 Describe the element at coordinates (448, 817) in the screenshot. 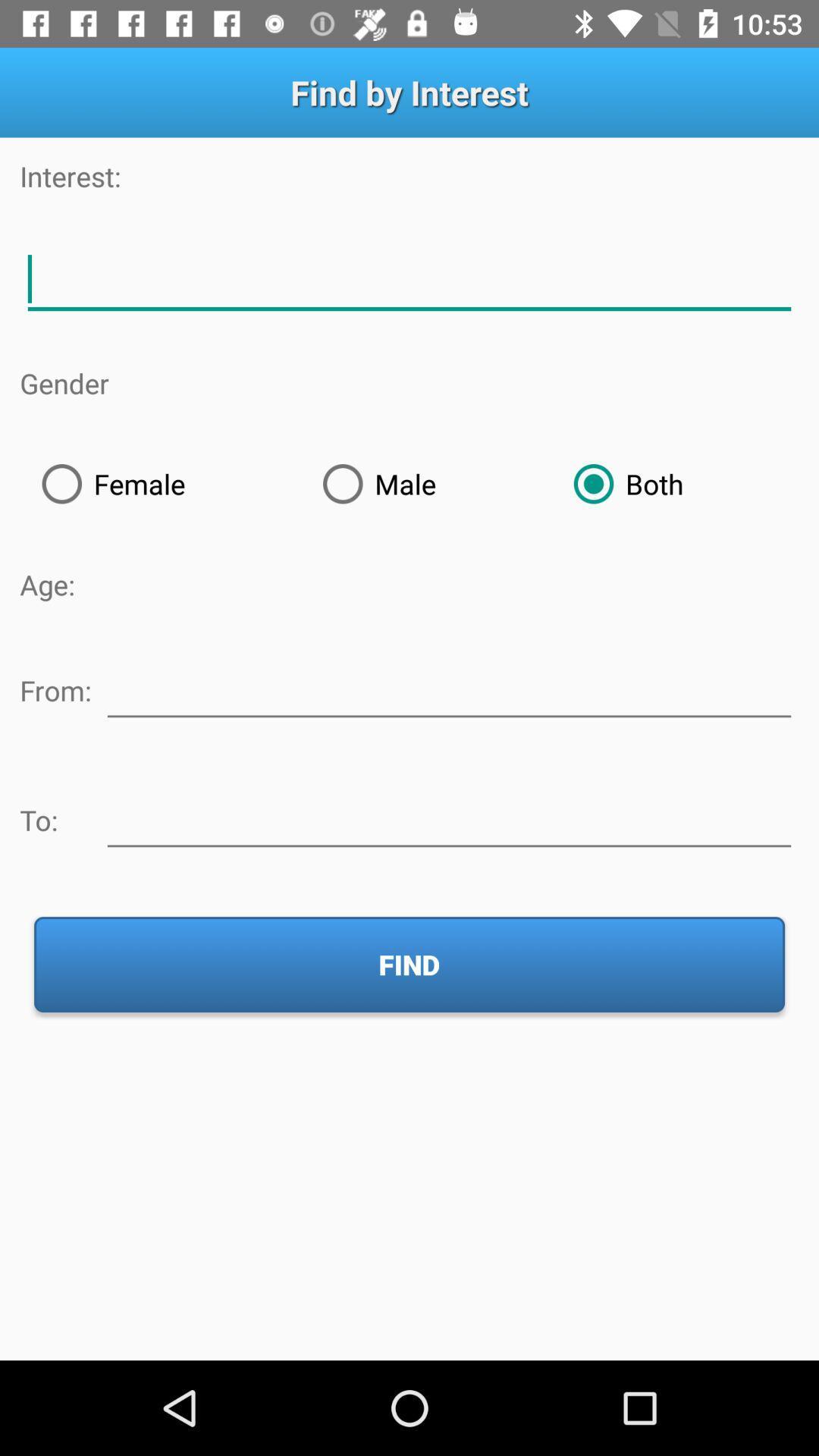

I see `recipient information` at that location.